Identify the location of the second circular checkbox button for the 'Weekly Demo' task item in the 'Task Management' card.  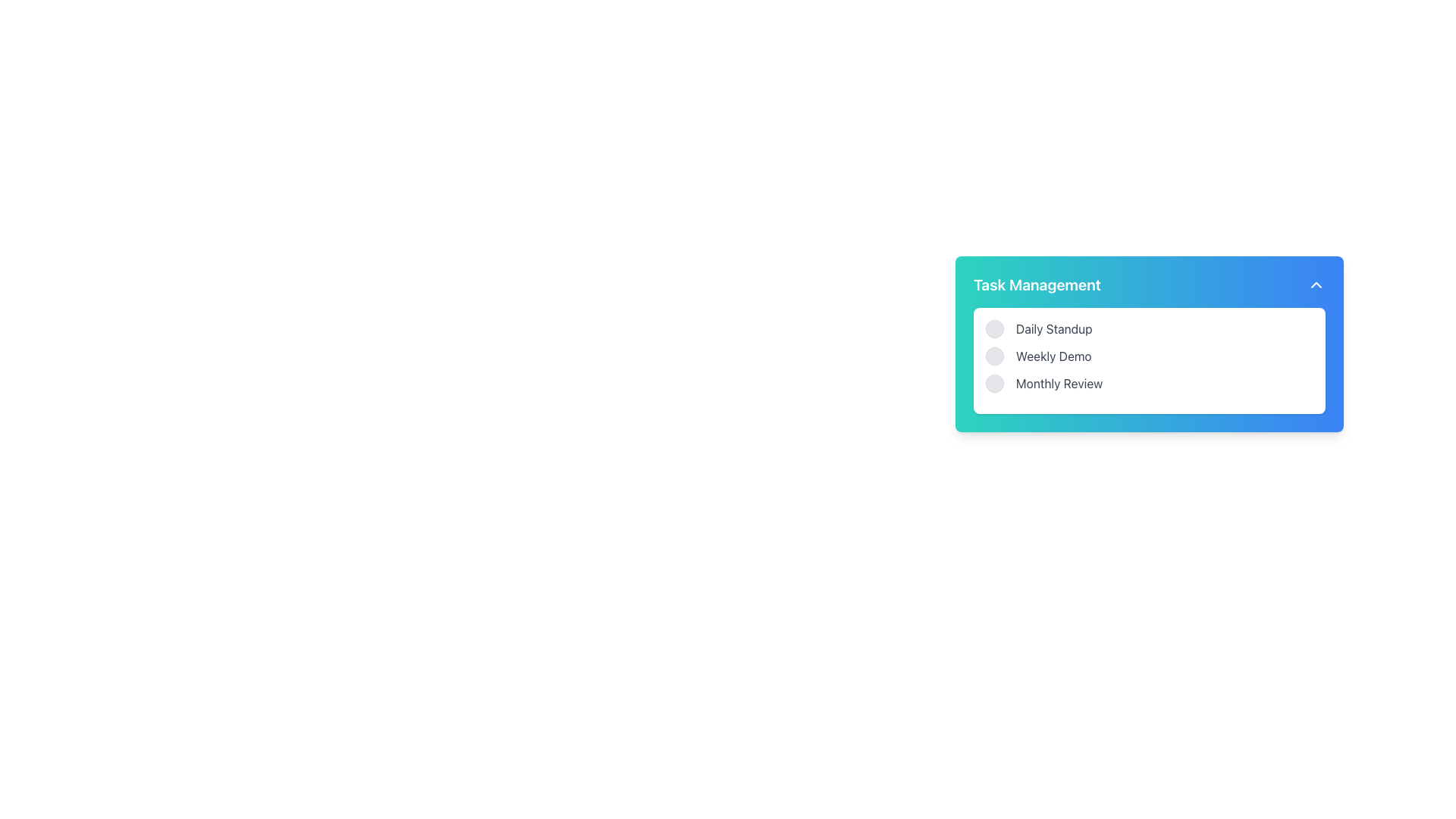
(994, 356).